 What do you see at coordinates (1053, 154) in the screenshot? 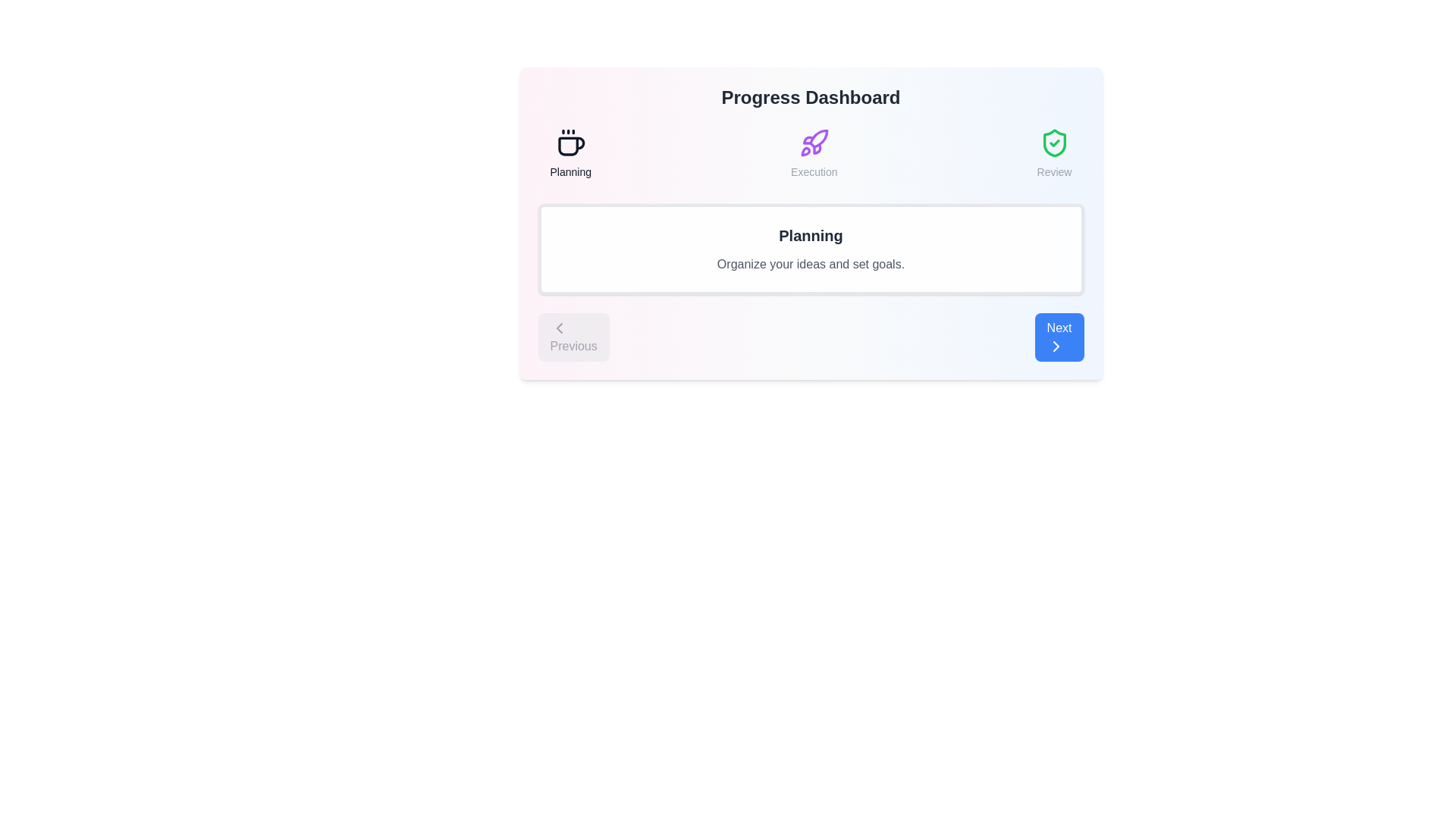
I see `the stage icon to view its details. Specify the stage as Review` at bounding box center [1053, 154].